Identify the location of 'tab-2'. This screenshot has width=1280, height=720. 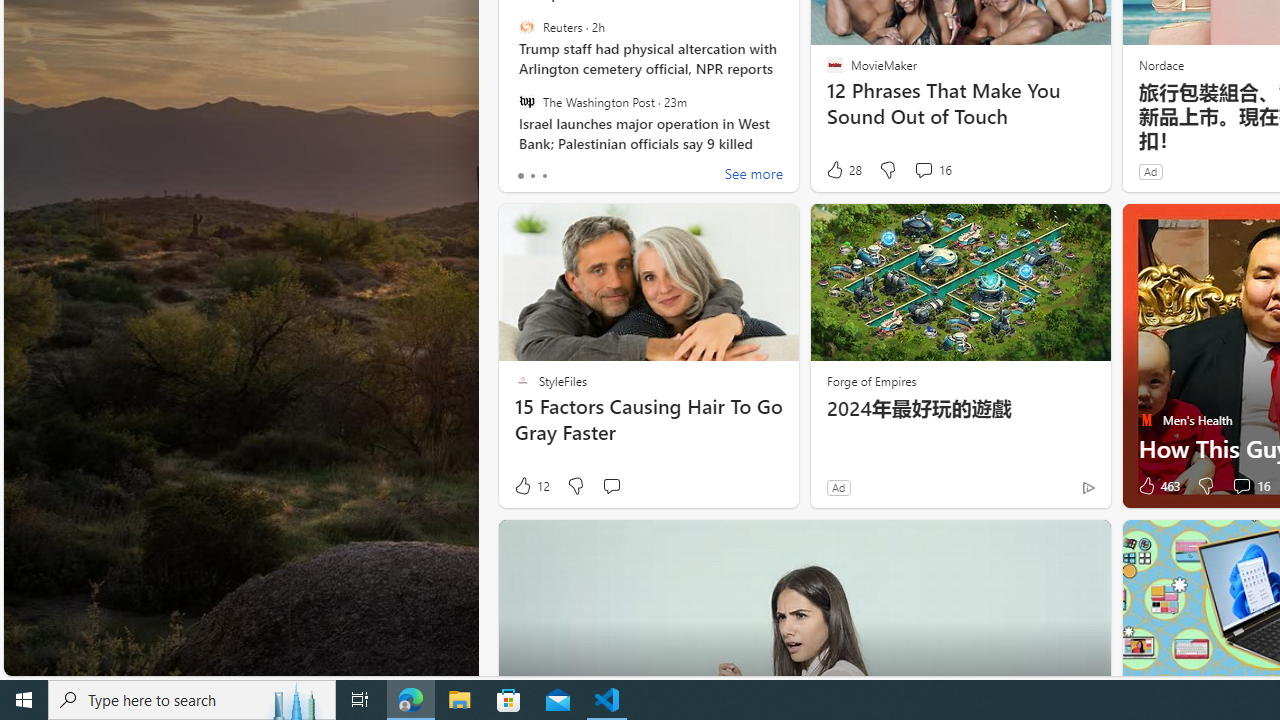
(544, 175).